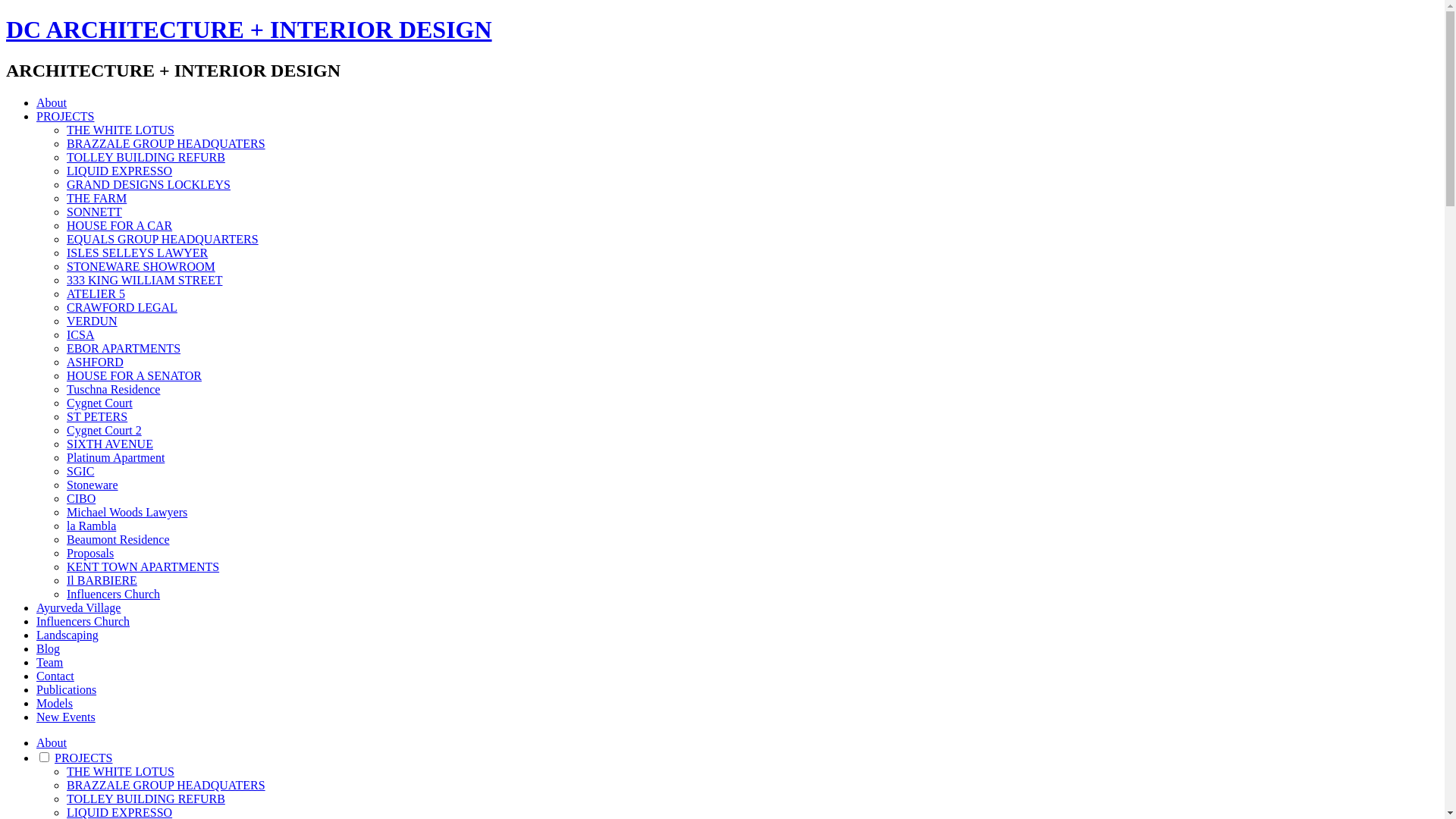  What do you see at coordinates (96, 416) in the screenshot?
I see `'ST PETERS'` at bounding box center [96, 416].